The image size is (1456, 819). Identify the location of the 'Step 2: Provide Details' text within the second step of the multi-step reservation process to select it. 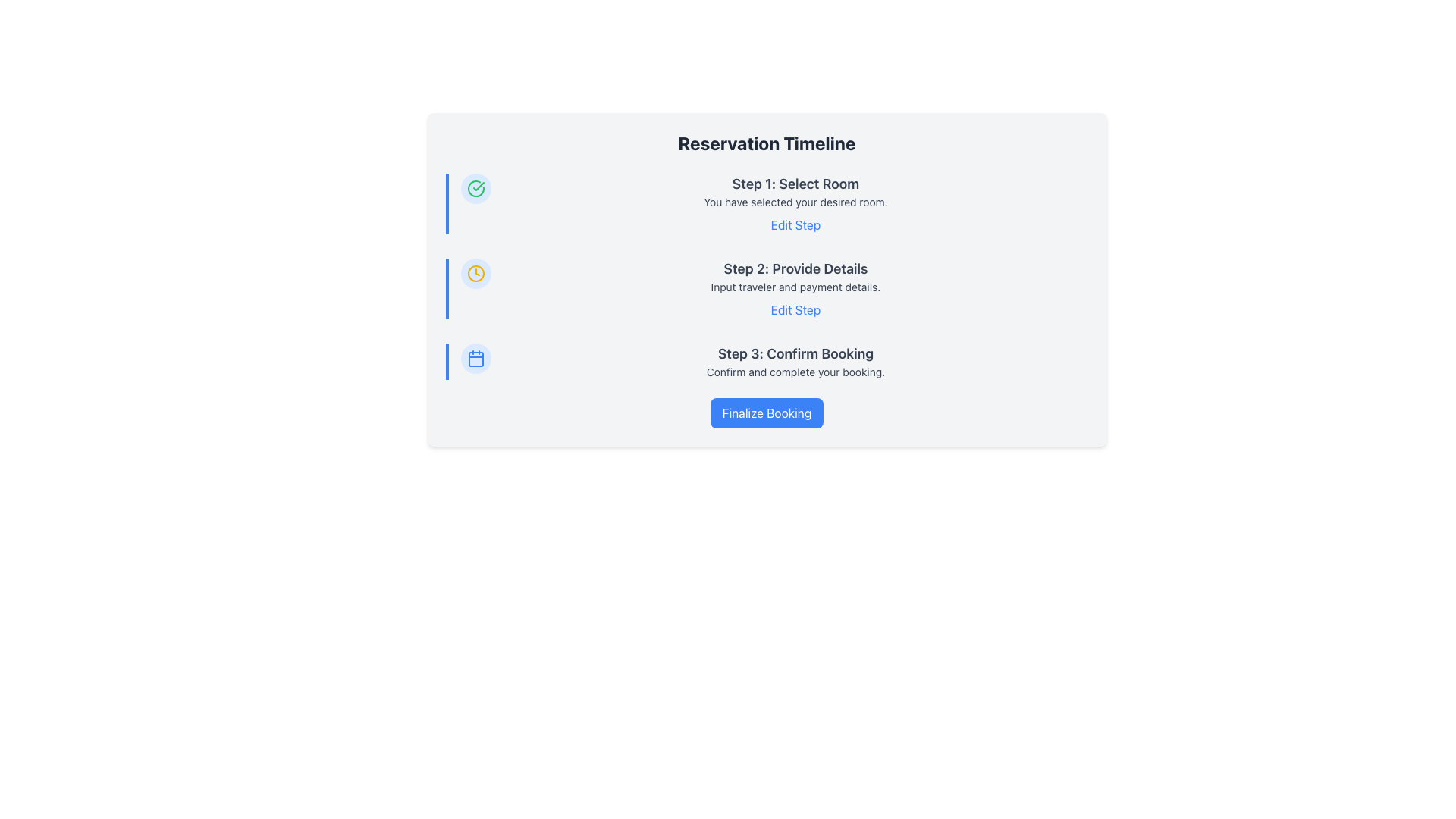
(767, 289).